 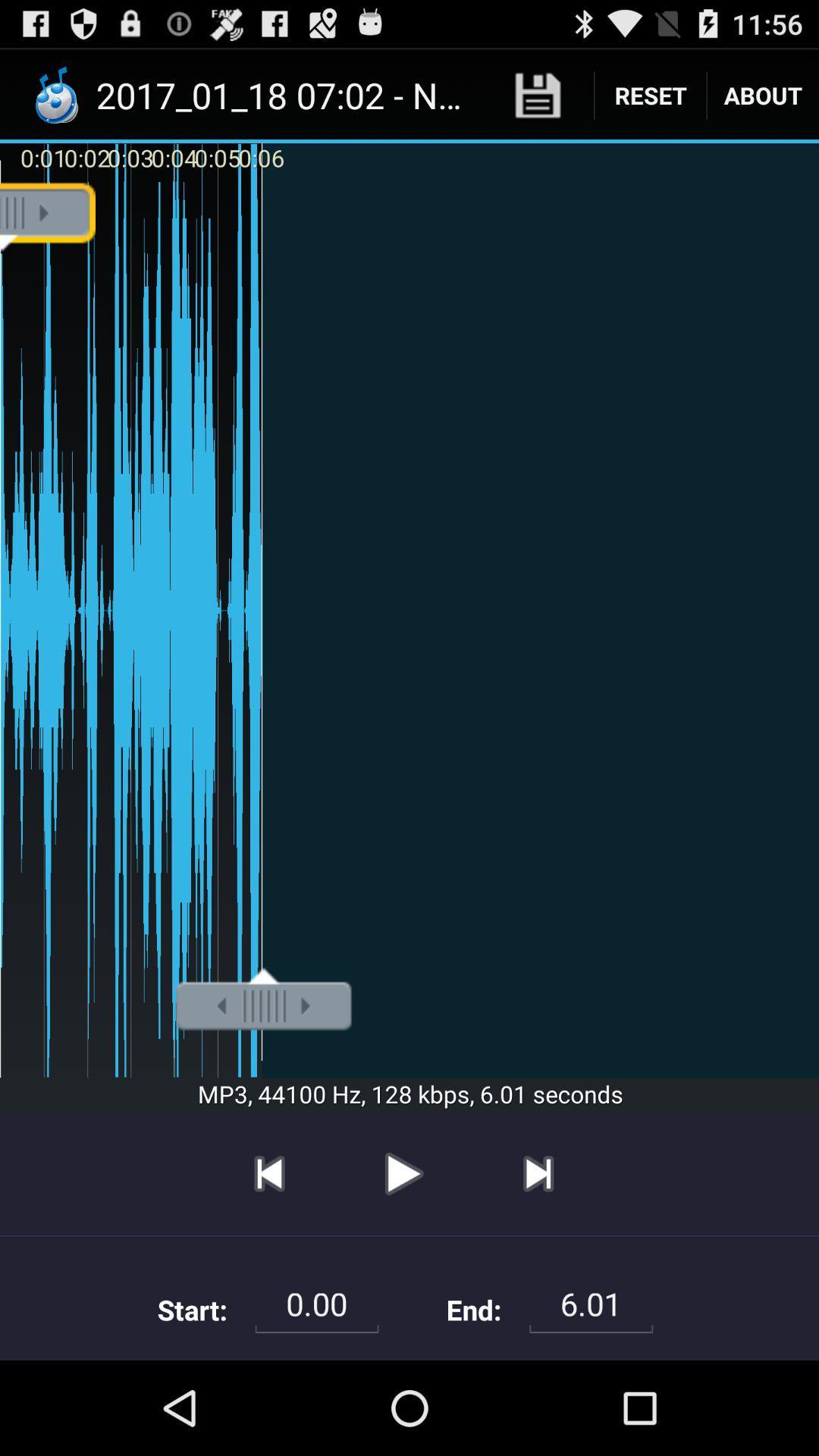 What do you see at coordinates (403, 1256) in the screenshot?
I see `the play icon` at bounding box center [403, 1256].